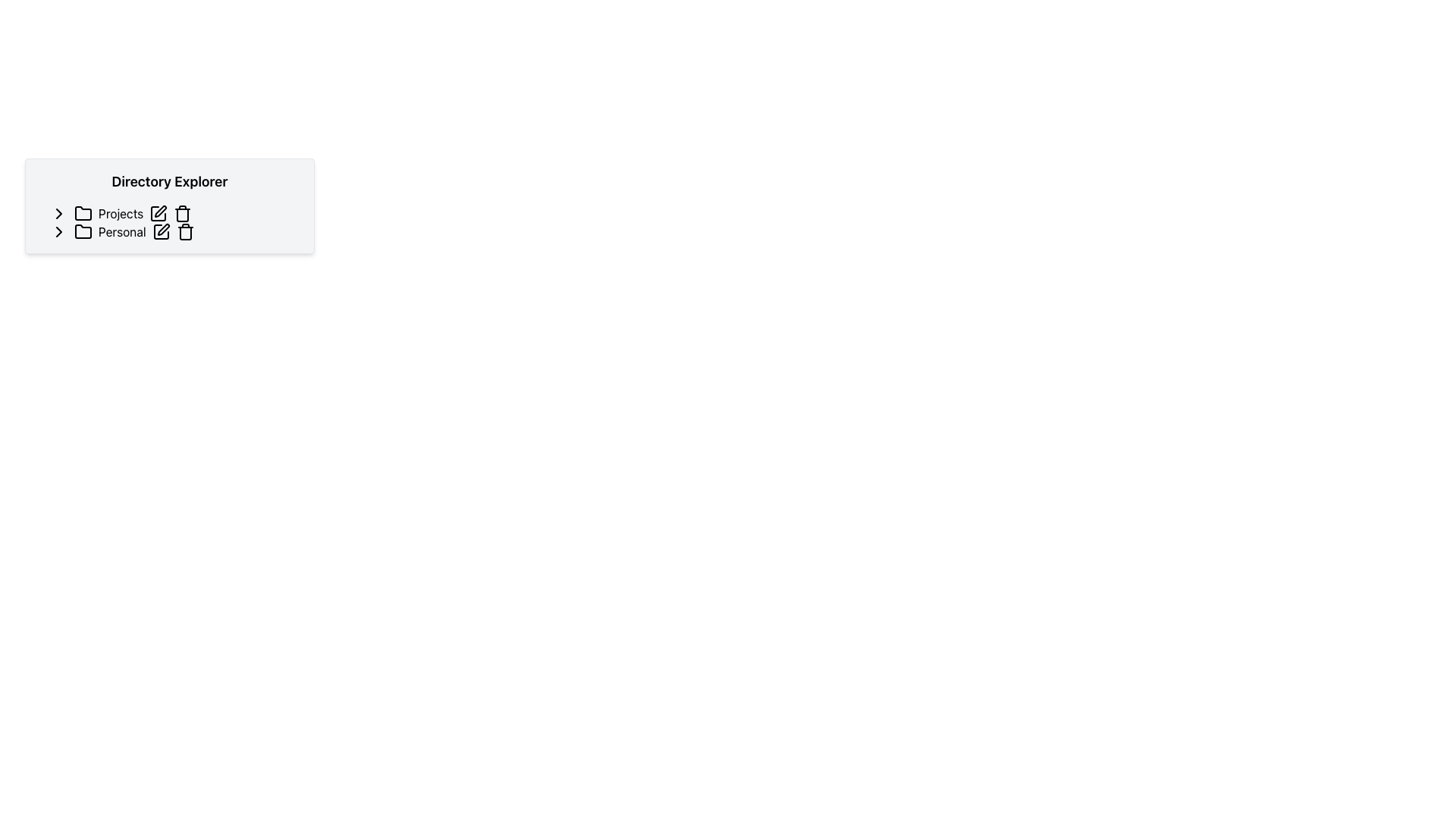  Describe the element at coordinates (122, 231) in the screenshot. I see `the 'Personal' text label in the file explorer` at that location.